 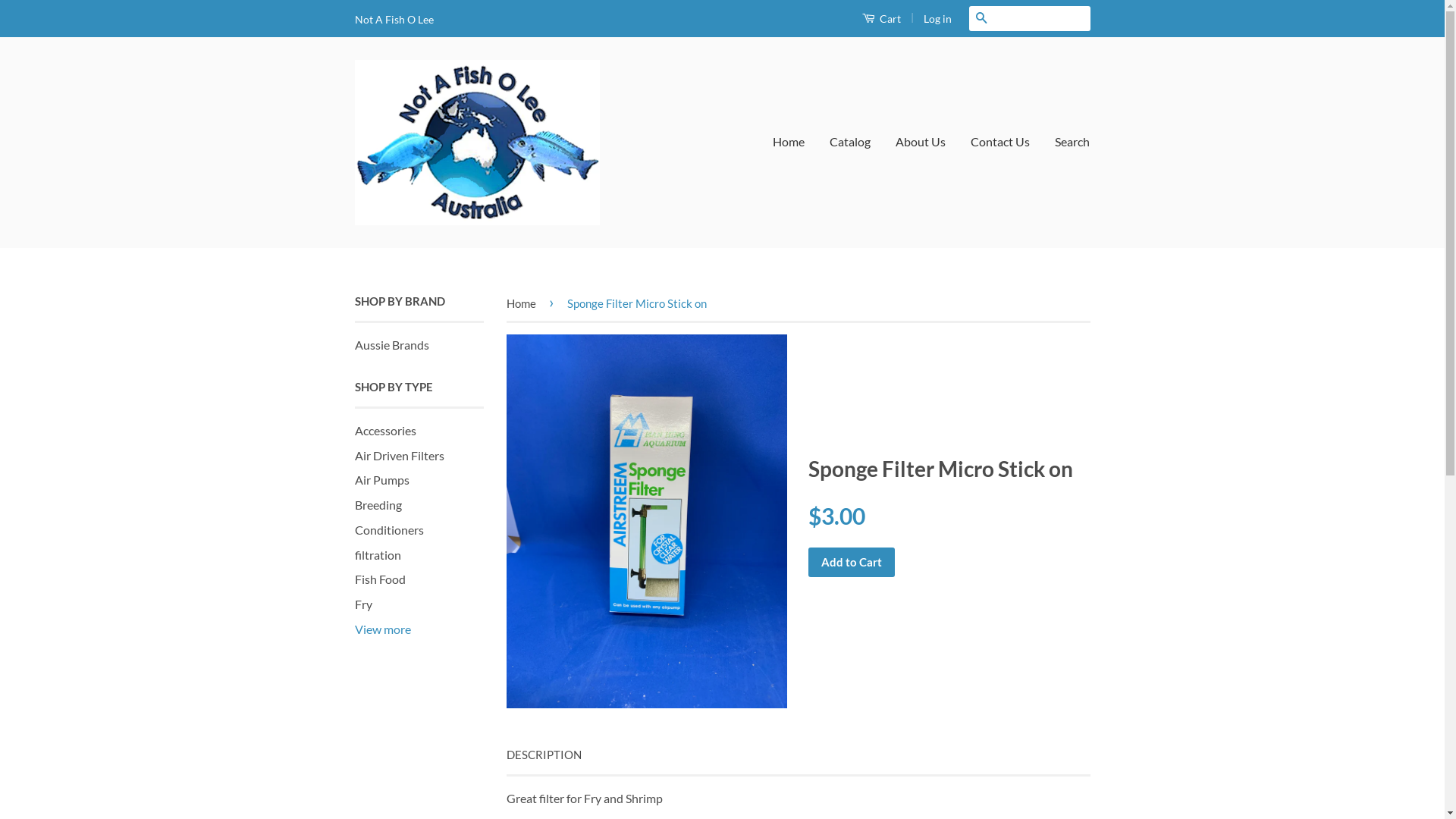 I want to click on 'Add to Cart', so click(x=852, y=562).